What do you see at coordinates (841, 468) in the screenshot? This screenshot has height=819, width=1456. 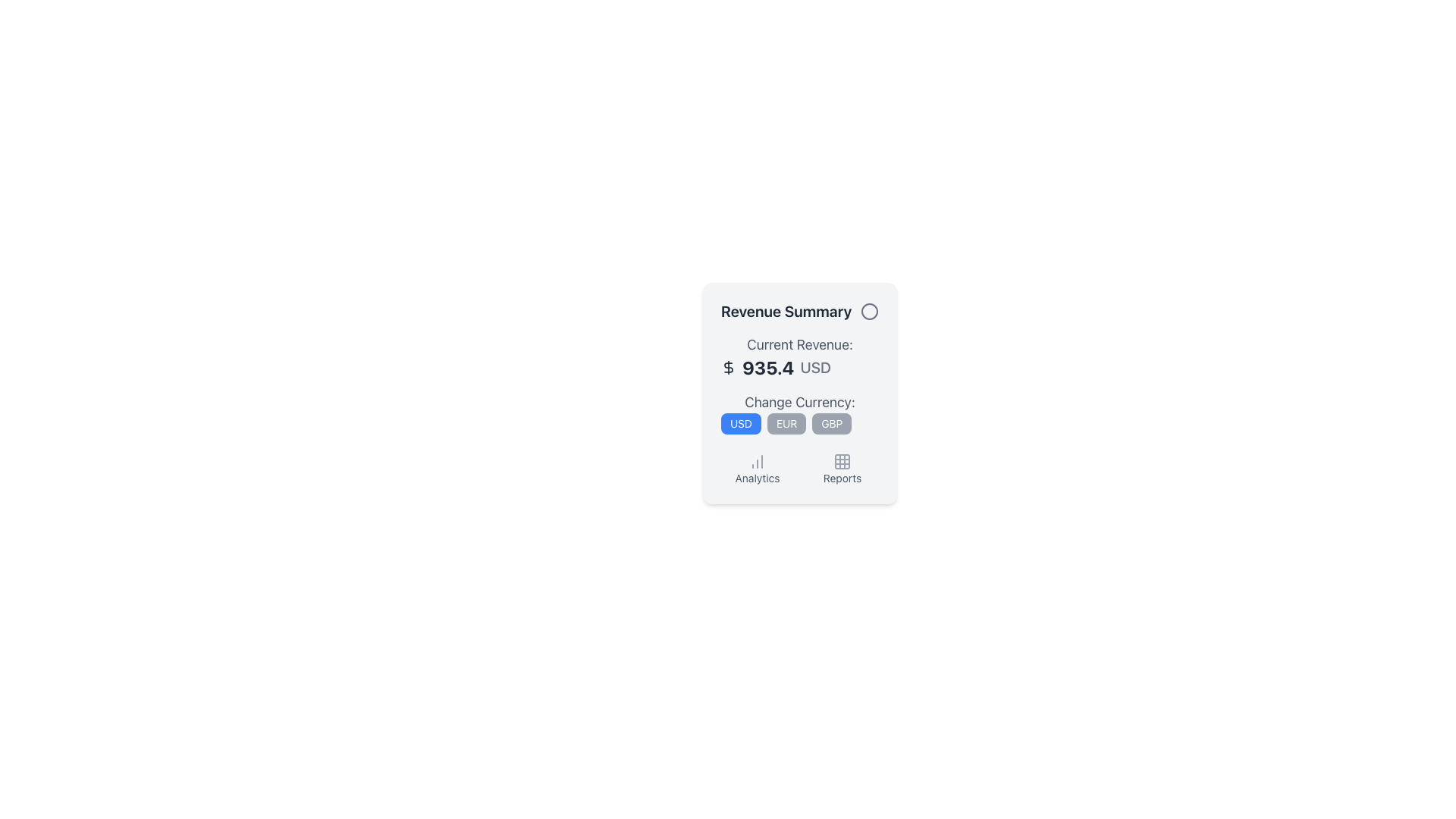 I see `the button located in the bottom-right part of the layout` at bounding box center [841, 468].